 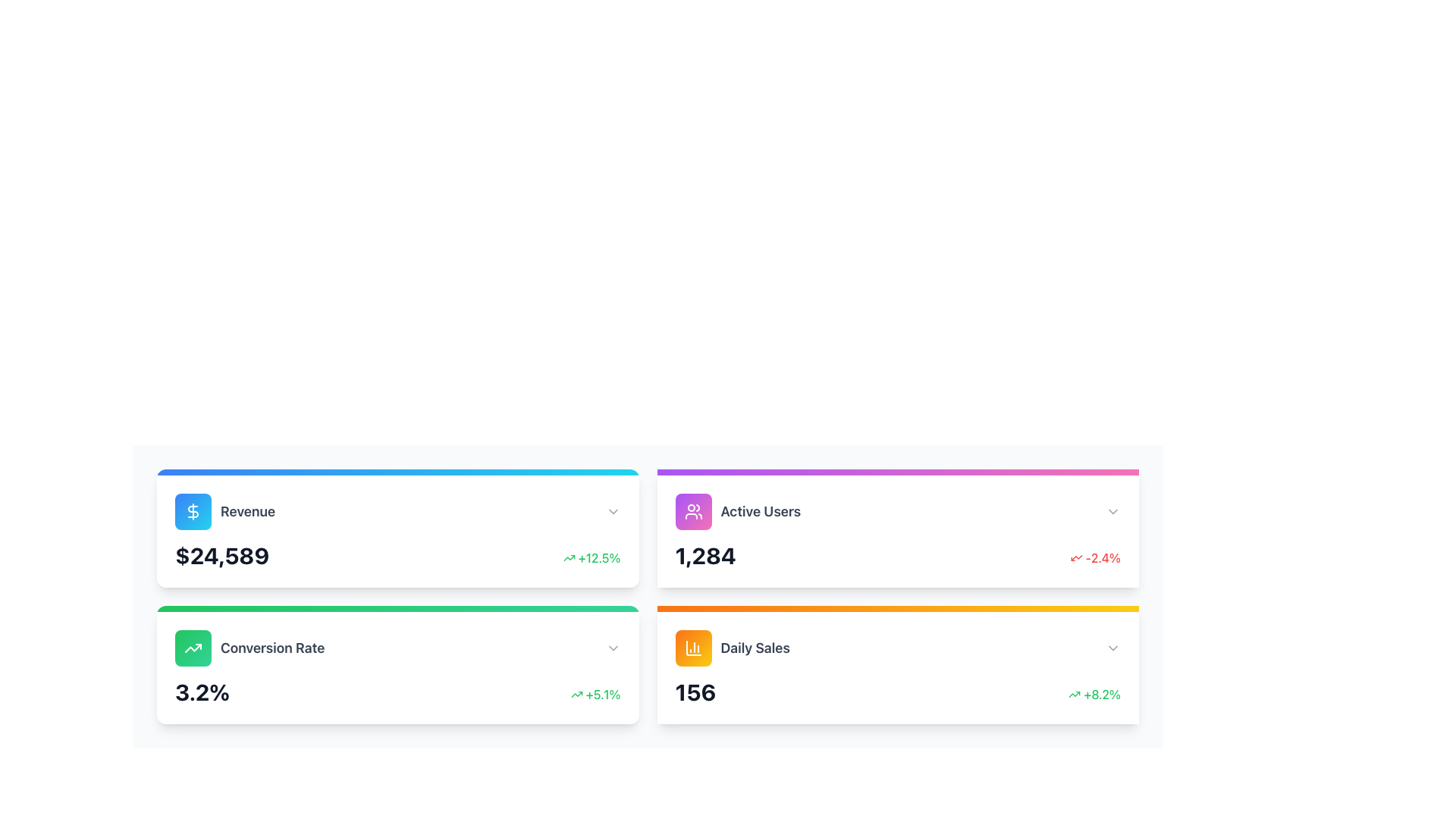 I want to click on the 'Revenue' text label with the adjacent dollar sign icon located in the top-left section of the dashboard interface, so click(x=224, y=512).